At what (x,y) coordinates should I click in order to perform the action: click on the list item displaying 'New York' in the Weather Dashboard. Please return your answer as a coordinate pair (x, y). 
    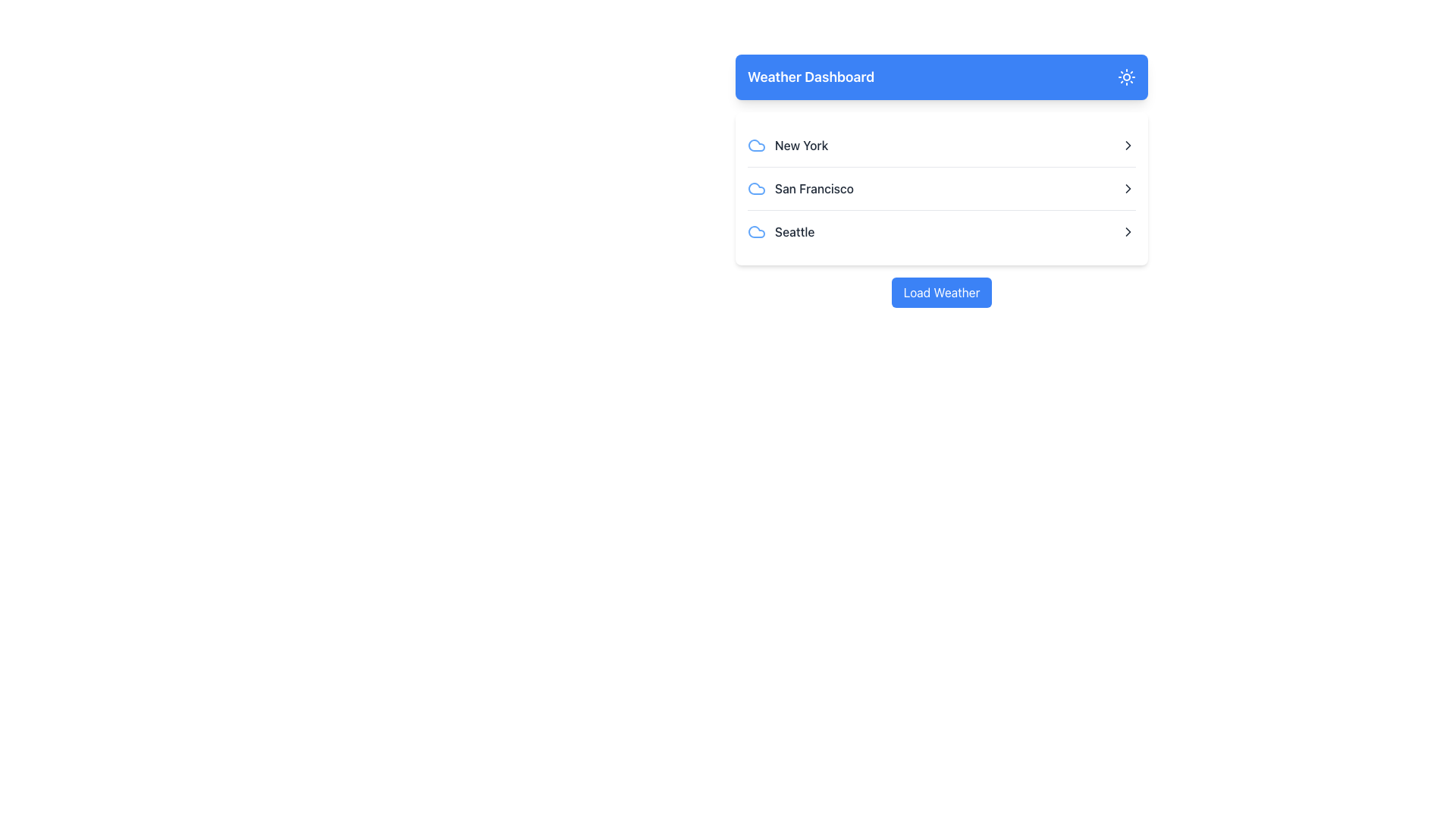
    Looking at the image, I should click on (941, 146).